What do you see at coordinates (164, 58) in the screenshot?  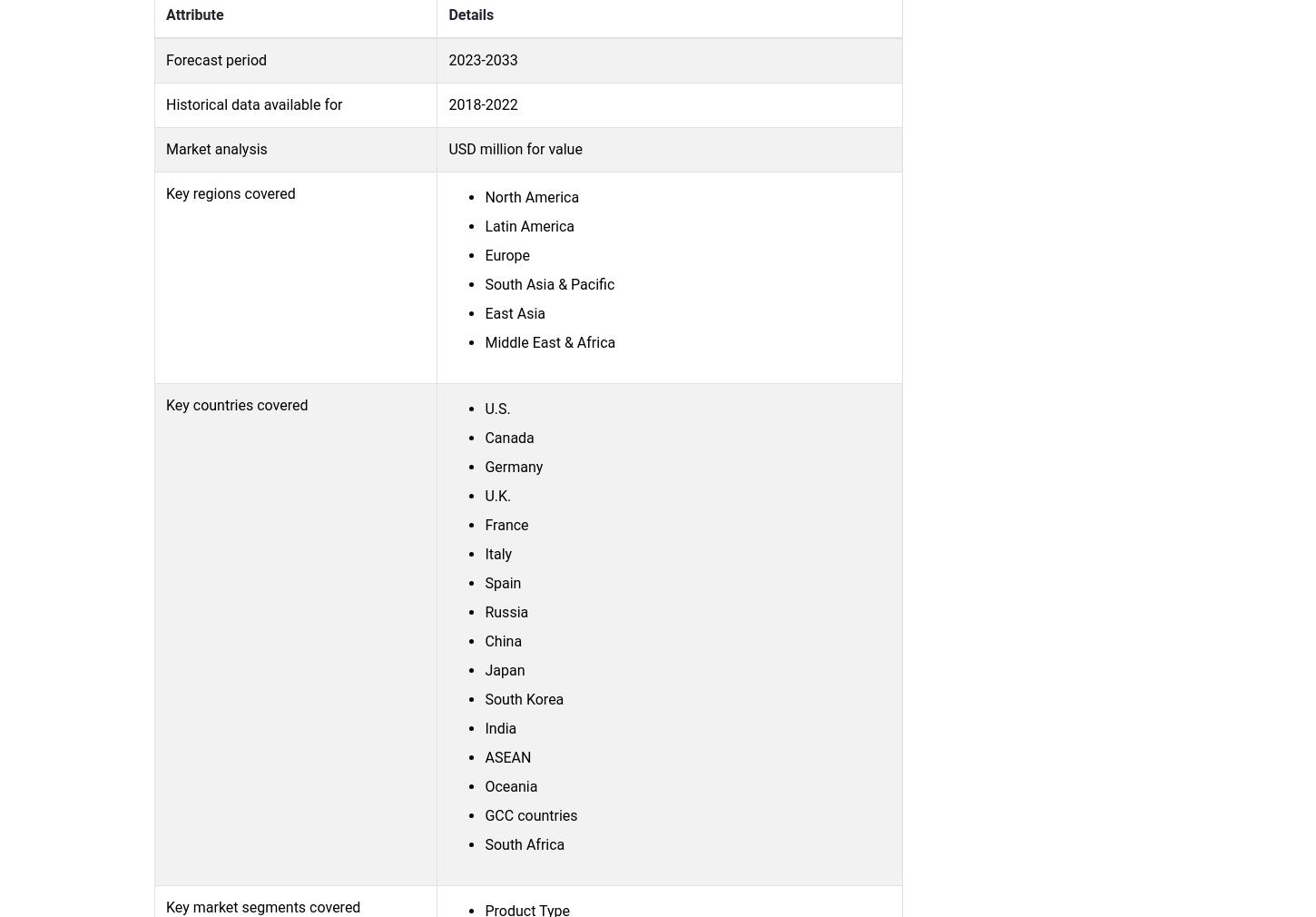 I see `'Forecast period'` at bounding box center [164, 58].